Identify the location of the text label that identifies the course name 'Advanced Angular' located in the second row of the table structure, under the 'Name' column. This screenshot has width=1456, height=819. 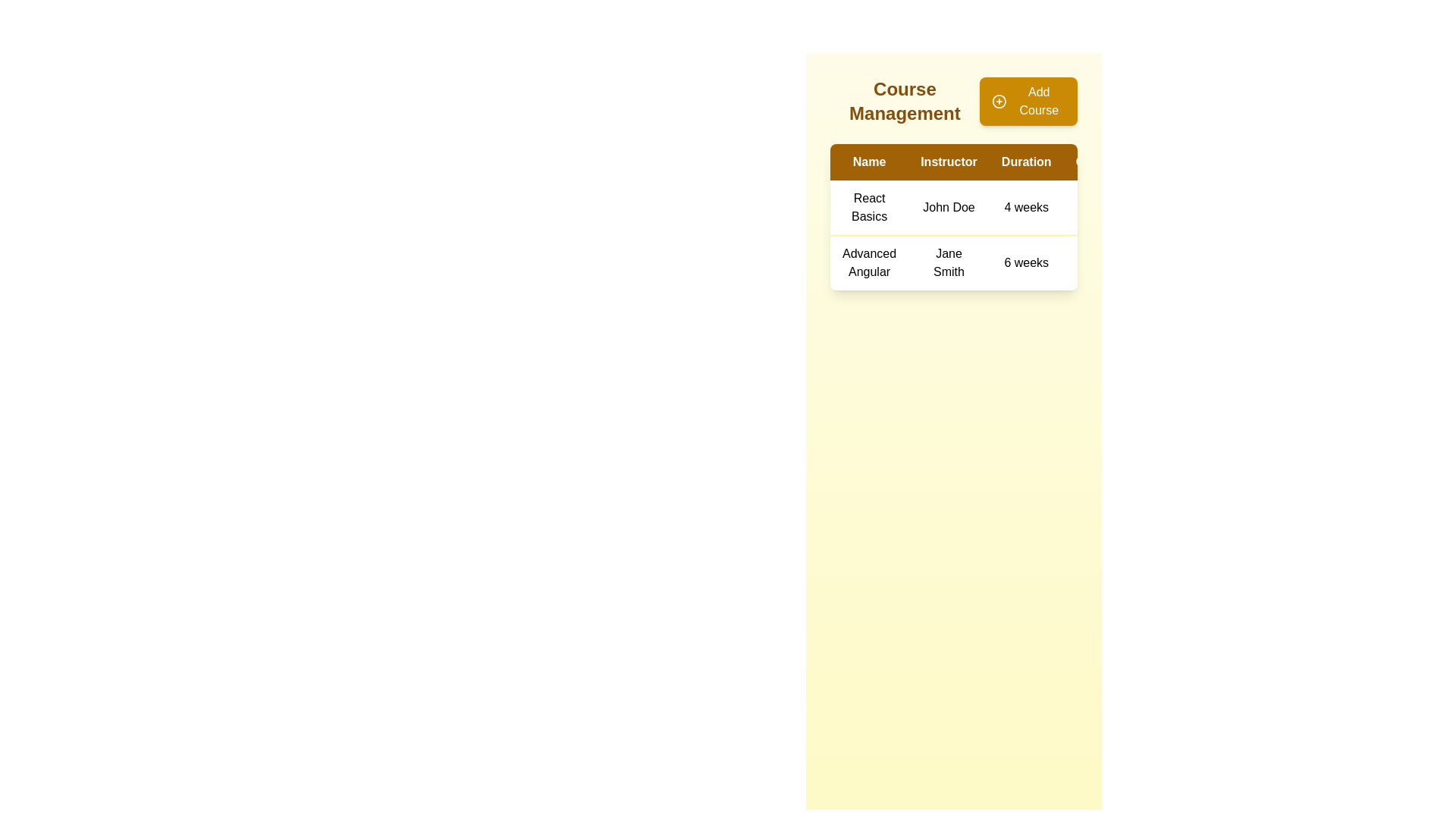
(869, 262).